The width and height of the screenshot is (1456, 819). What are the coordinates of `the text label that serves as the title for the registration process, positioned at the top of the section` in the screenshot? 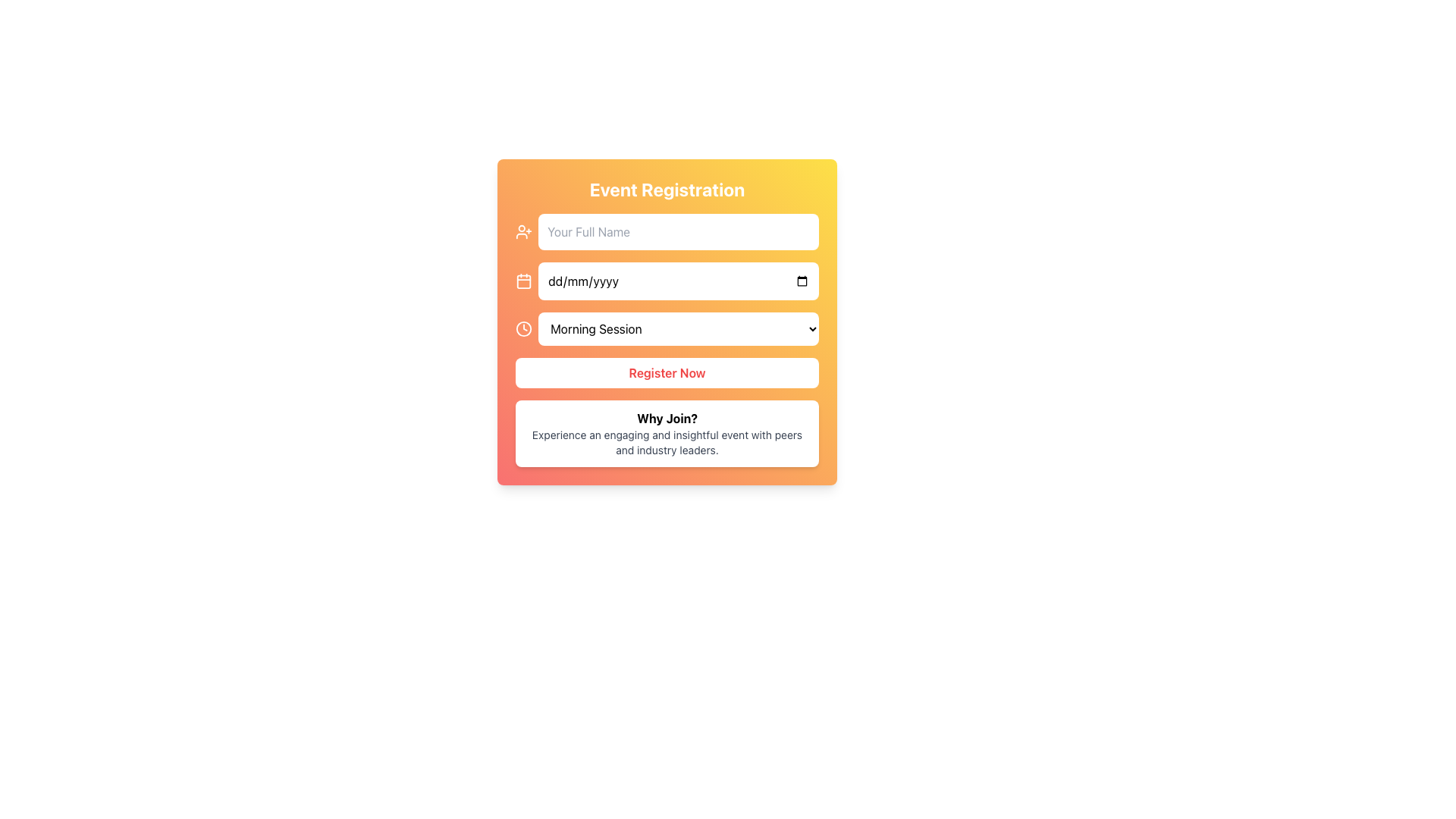 It's located at (667, 189).